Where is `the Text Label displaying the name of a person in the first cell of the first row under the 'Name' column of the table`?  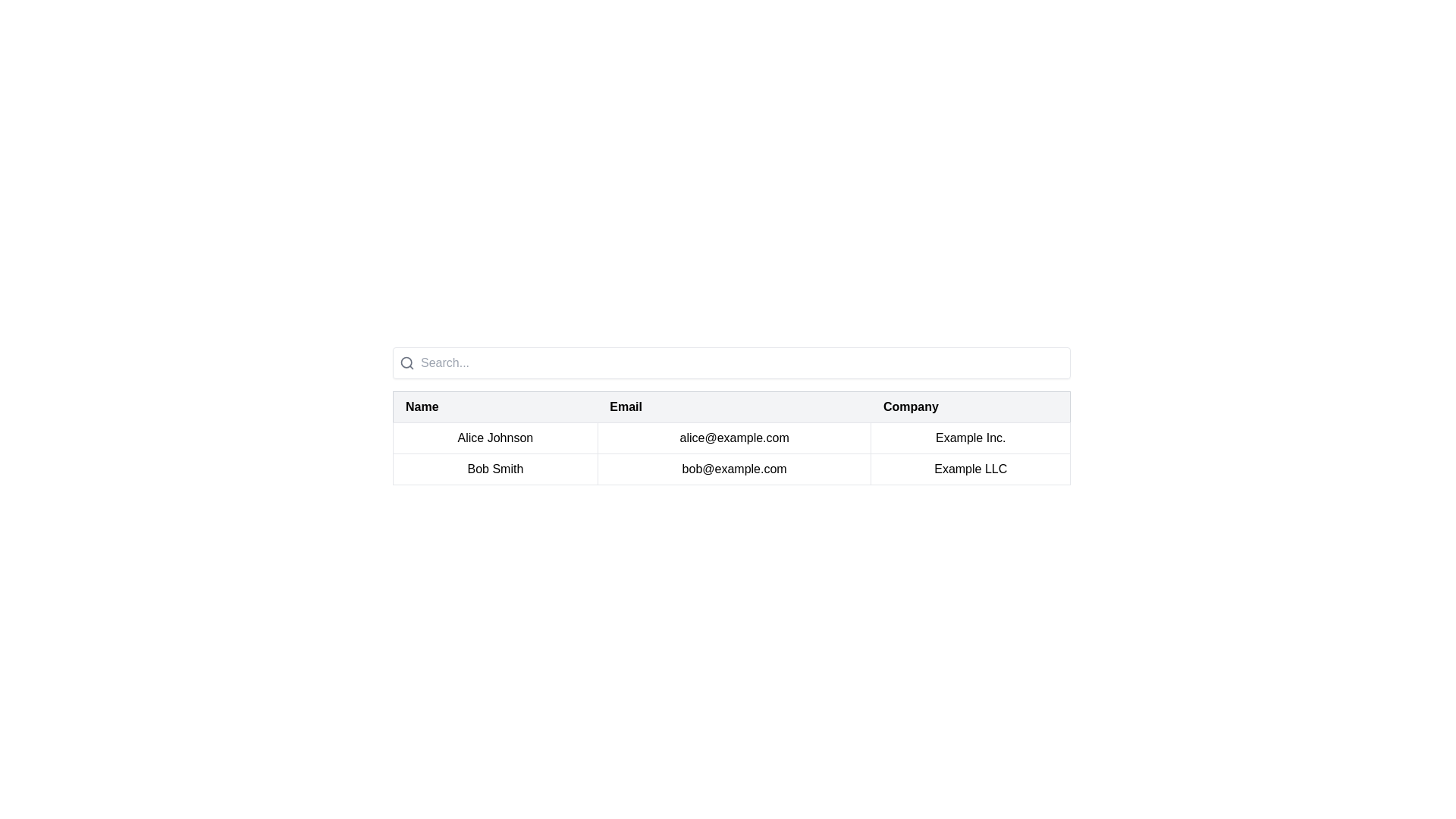
the Text Label displaying the name of a person in the first cell of the first row under the 'Name' column of the table is located at coordinates (495, 438).